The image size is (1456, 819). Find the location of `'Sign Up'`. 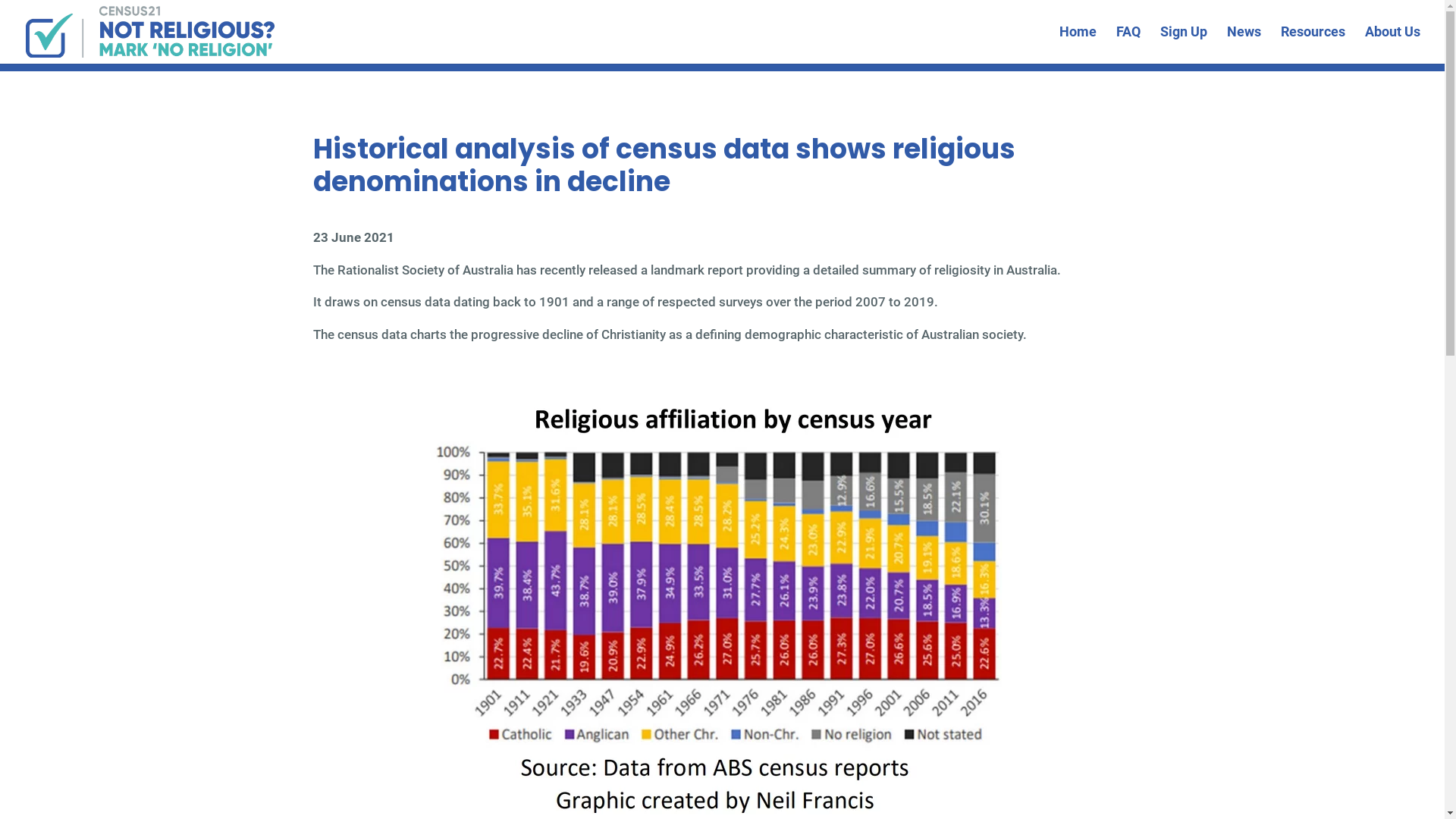

'Sign Up' is located at coordinates (1182, 44).